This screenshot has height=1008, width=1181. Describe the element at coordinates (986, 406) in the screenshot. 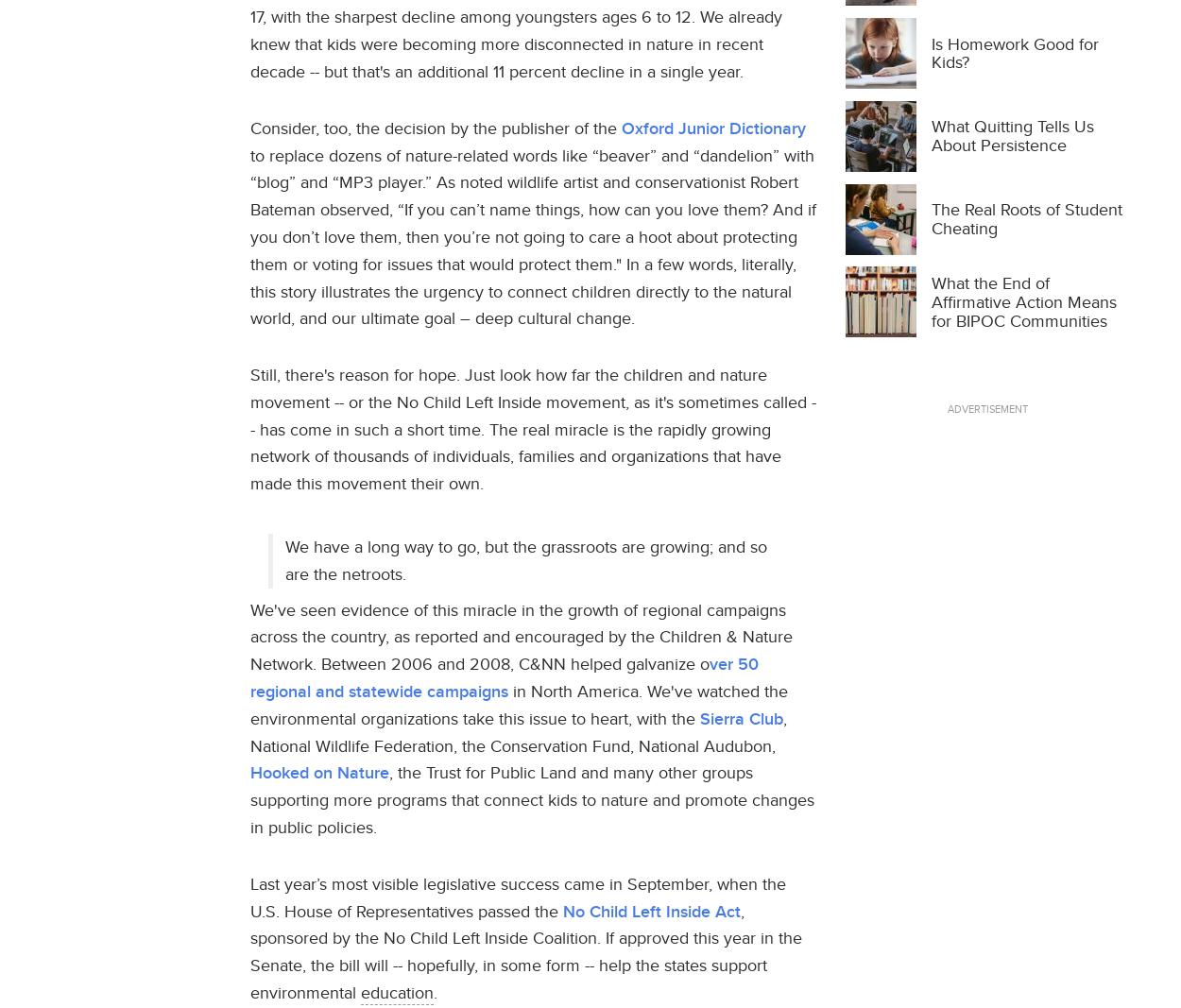

I see `'advertisement'` at that location.